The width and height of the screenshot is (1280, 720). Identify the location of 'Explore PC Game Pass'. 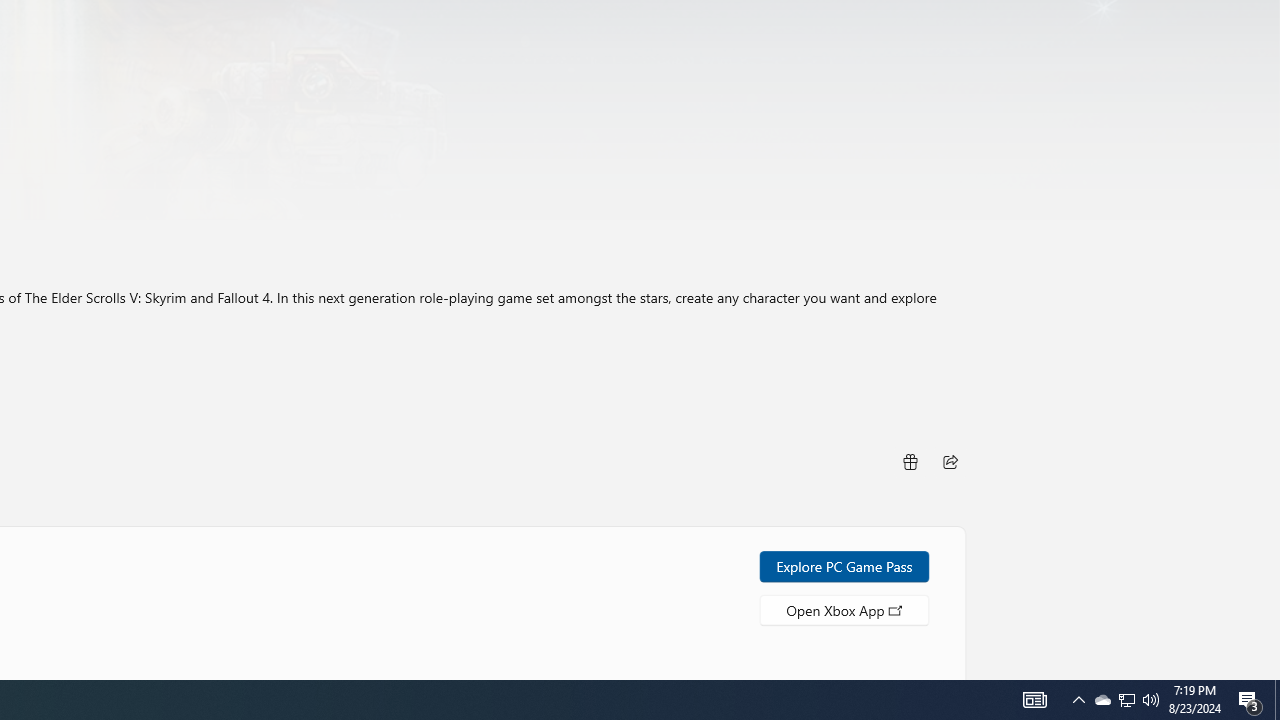
(844, 565).